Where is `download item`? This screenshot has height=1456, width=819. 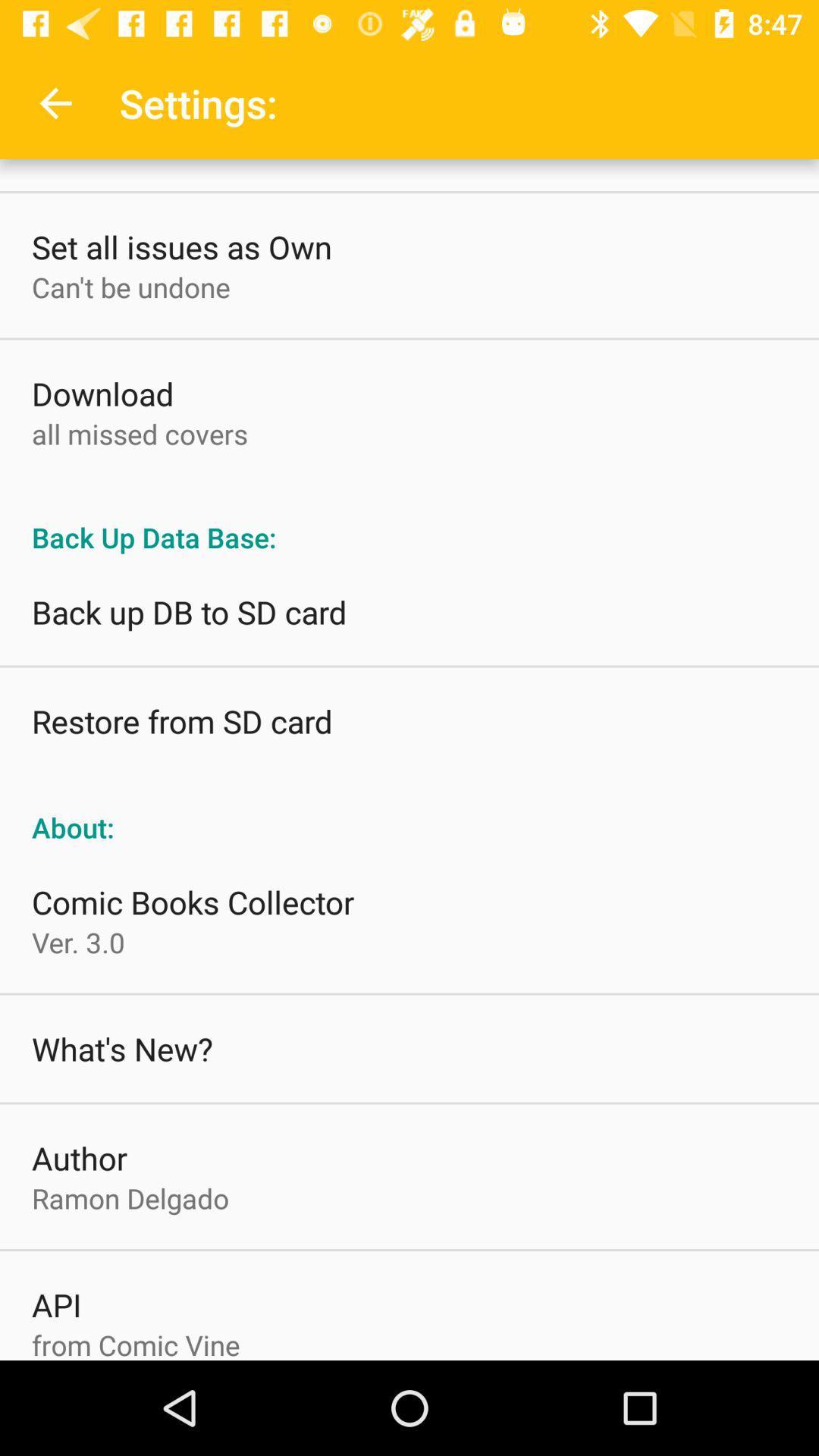 download item is located at coordinates (102, 393).